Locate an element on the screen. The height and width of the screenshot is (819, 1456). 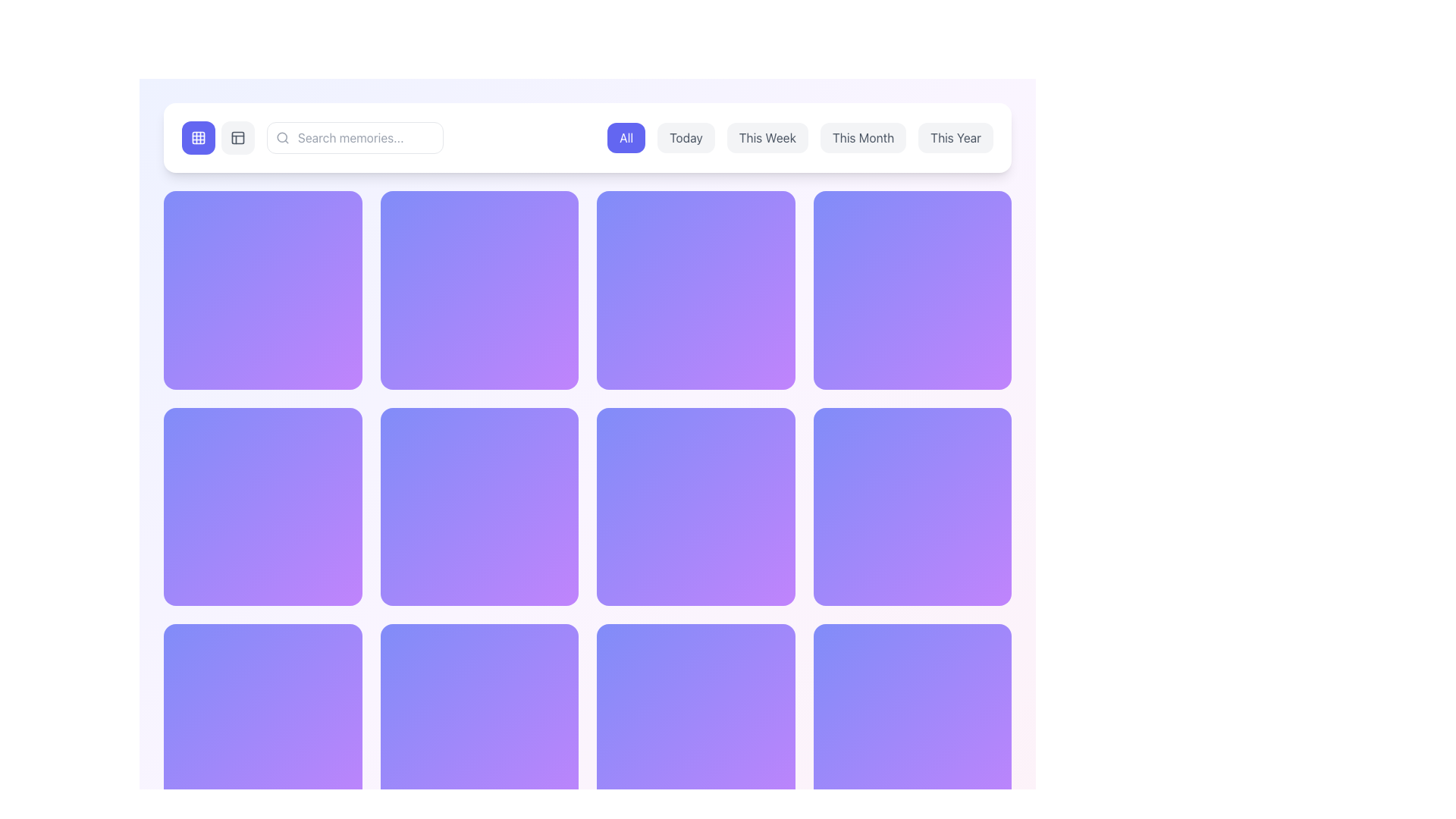
circular part of the magnifying glass icon, which signifies search functionality, located centrally within the icon in the header bar is located at coordinates (282, 137).